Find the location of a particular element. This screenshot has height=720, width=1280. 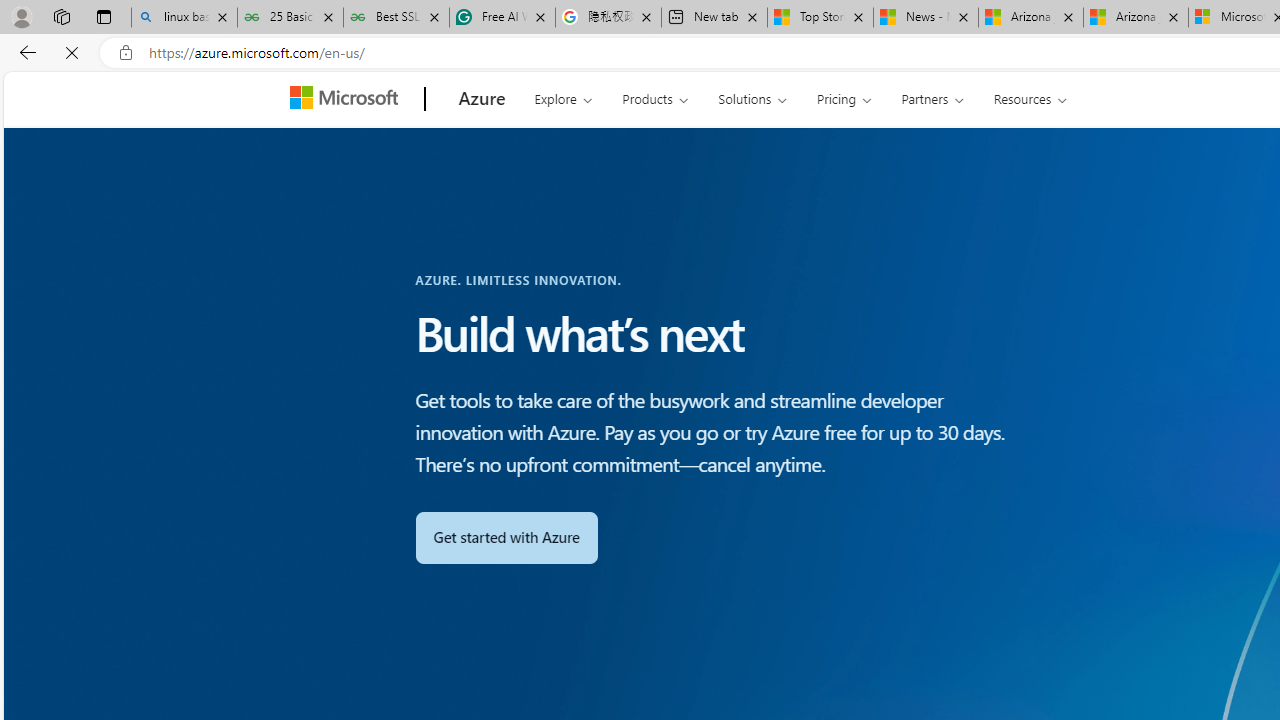

'Azure' is located at coordinates (481, 99).